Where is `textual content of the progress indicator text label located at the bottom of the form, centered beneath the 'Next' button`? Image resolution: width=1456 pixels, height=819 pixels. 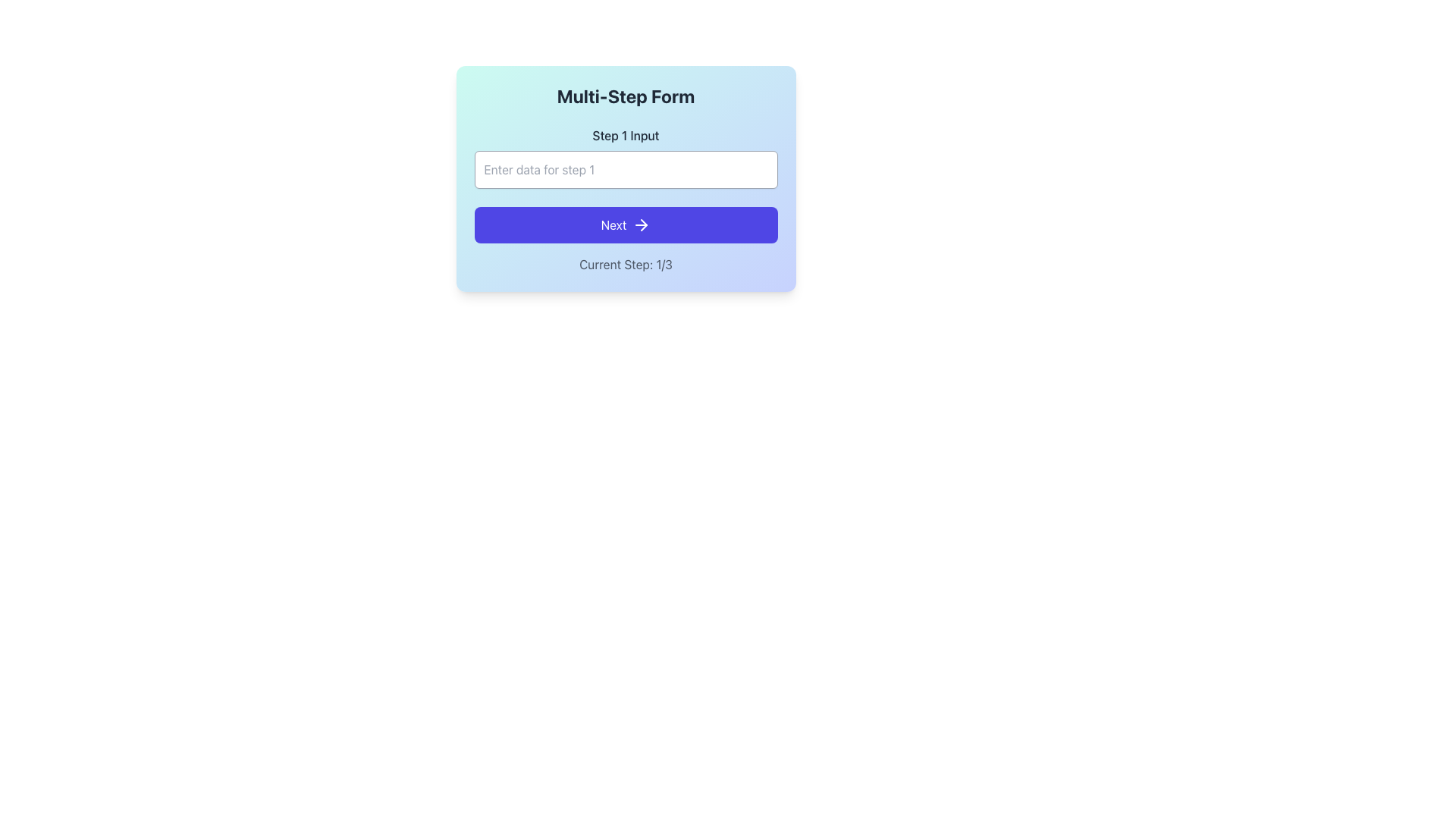
textual content of the progress indicator text label located at the bottom of the form, centered beneath the 'Next' button is located at coordinates (626, 263).